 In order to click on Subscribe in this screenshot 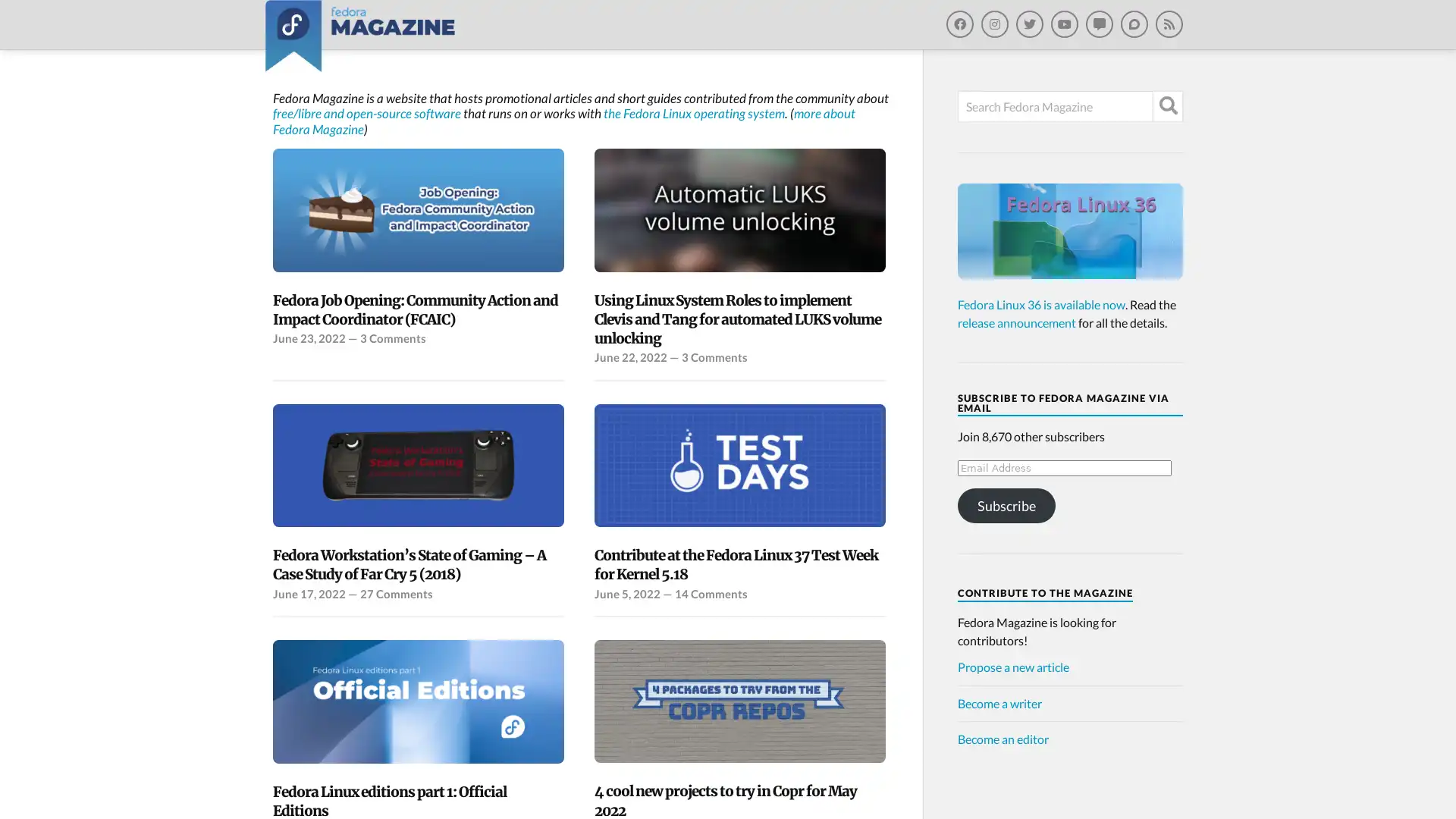, I will do `click(1006, 506)`.